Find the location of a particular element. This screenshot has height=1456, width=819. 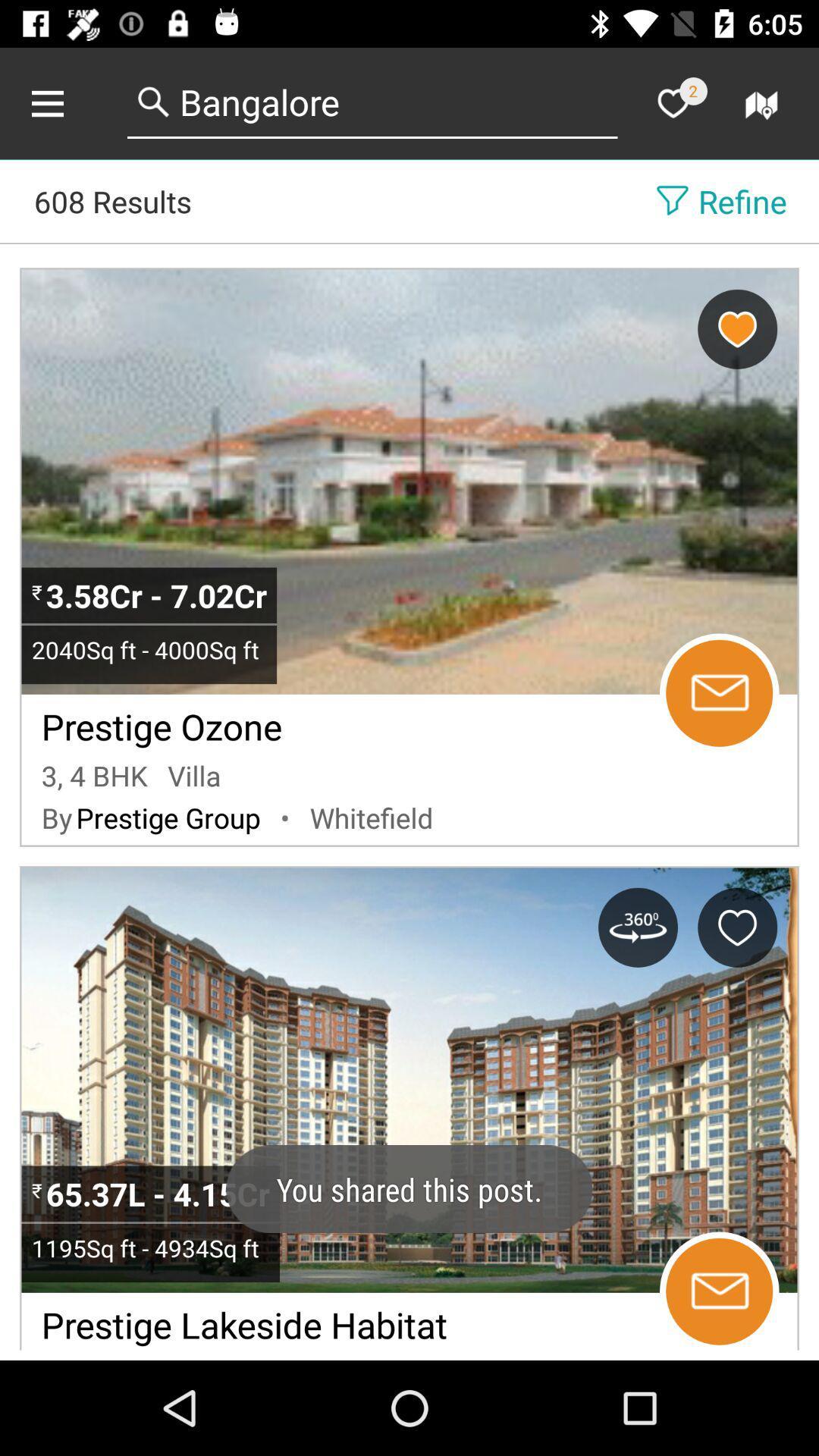

the favorite icon is located at coordinates (672, 102).